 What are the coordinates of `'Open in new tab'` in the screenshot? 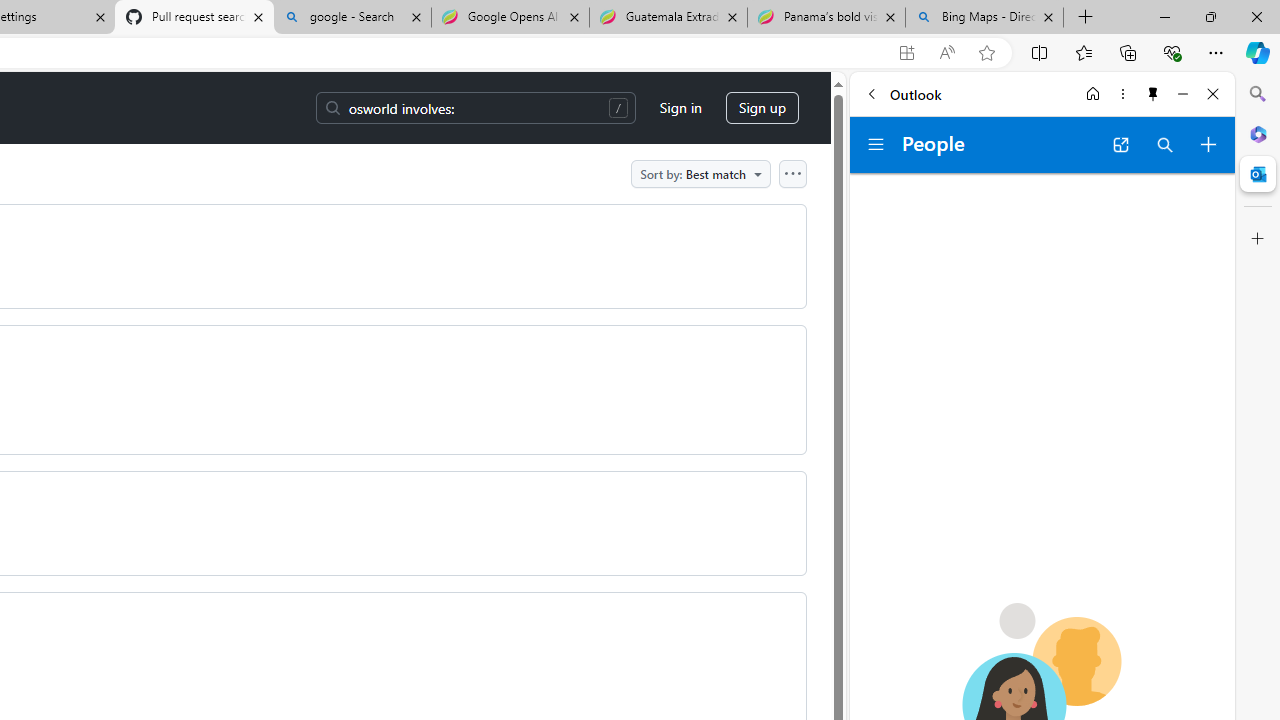 It's located at (1120, 144).